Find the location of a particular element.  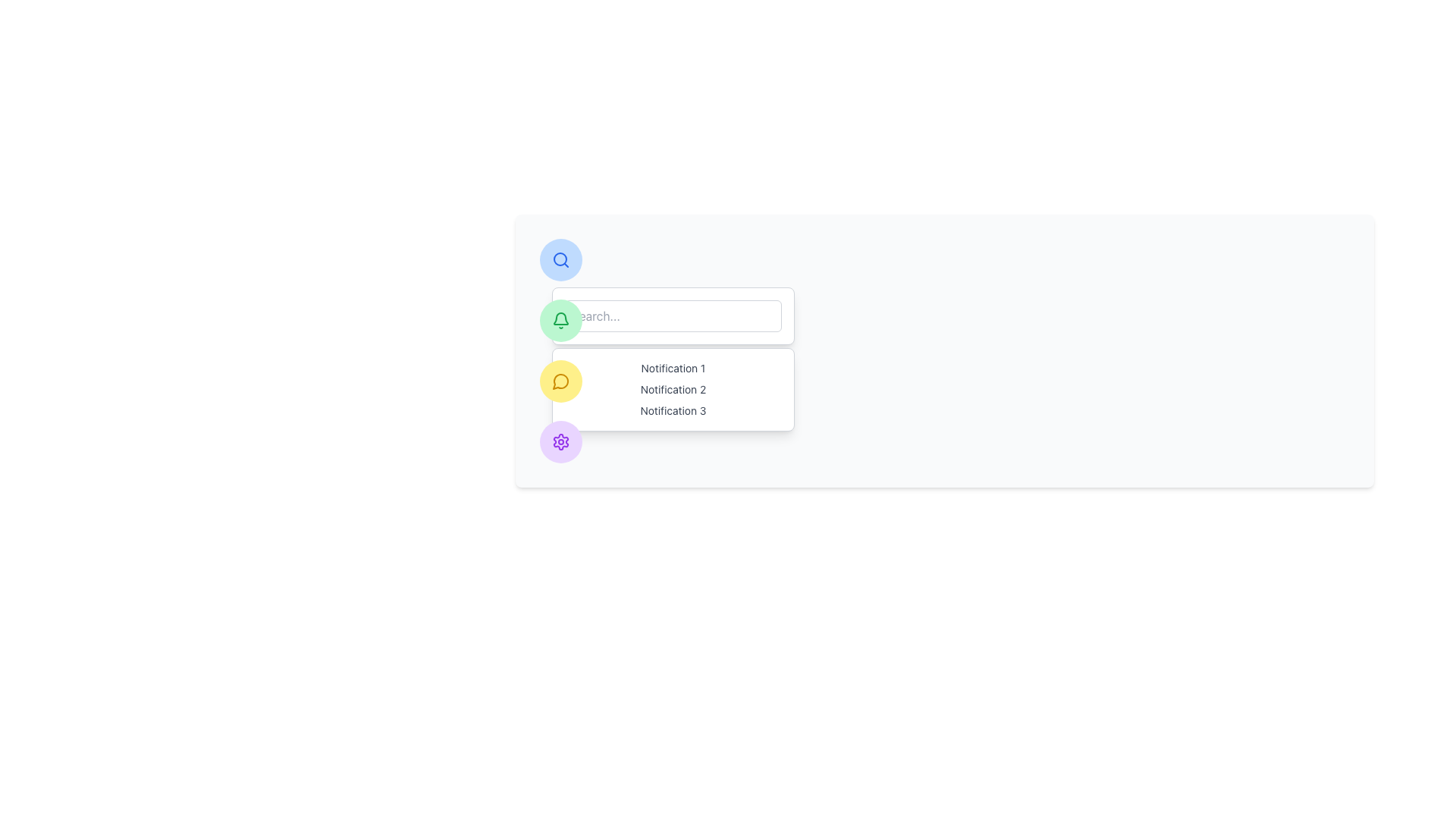

the circular yellow button with a white border and an orange speech bubble icon, which is the third button in a vertical stack of four, to observe its hover effect is located at coordinates (560, 380).